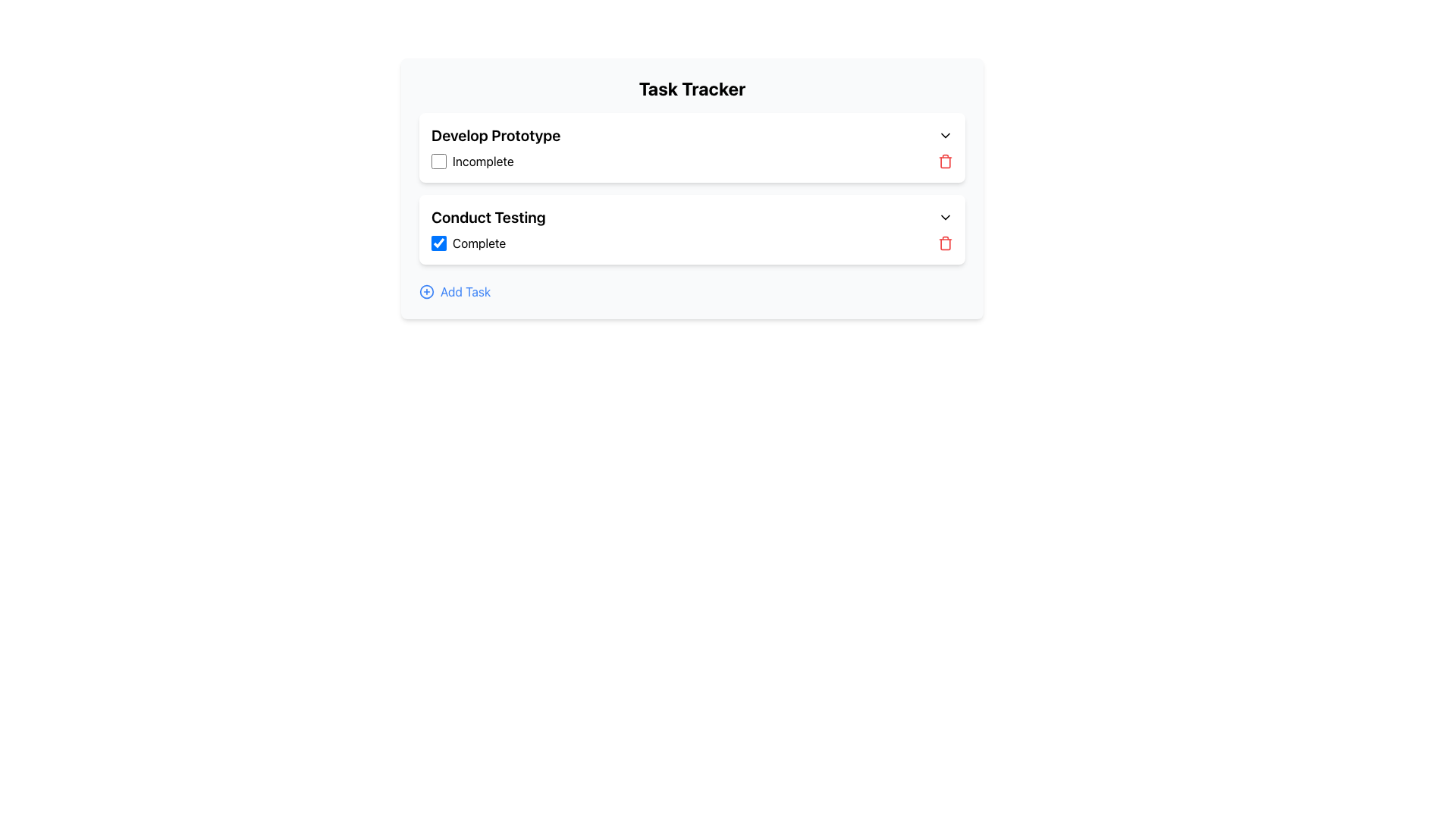  Describe the element at coordinates (691, 230) in the screenshot. I see `the dropdown arrow in the 'Conduct Testing' task box` at that location.